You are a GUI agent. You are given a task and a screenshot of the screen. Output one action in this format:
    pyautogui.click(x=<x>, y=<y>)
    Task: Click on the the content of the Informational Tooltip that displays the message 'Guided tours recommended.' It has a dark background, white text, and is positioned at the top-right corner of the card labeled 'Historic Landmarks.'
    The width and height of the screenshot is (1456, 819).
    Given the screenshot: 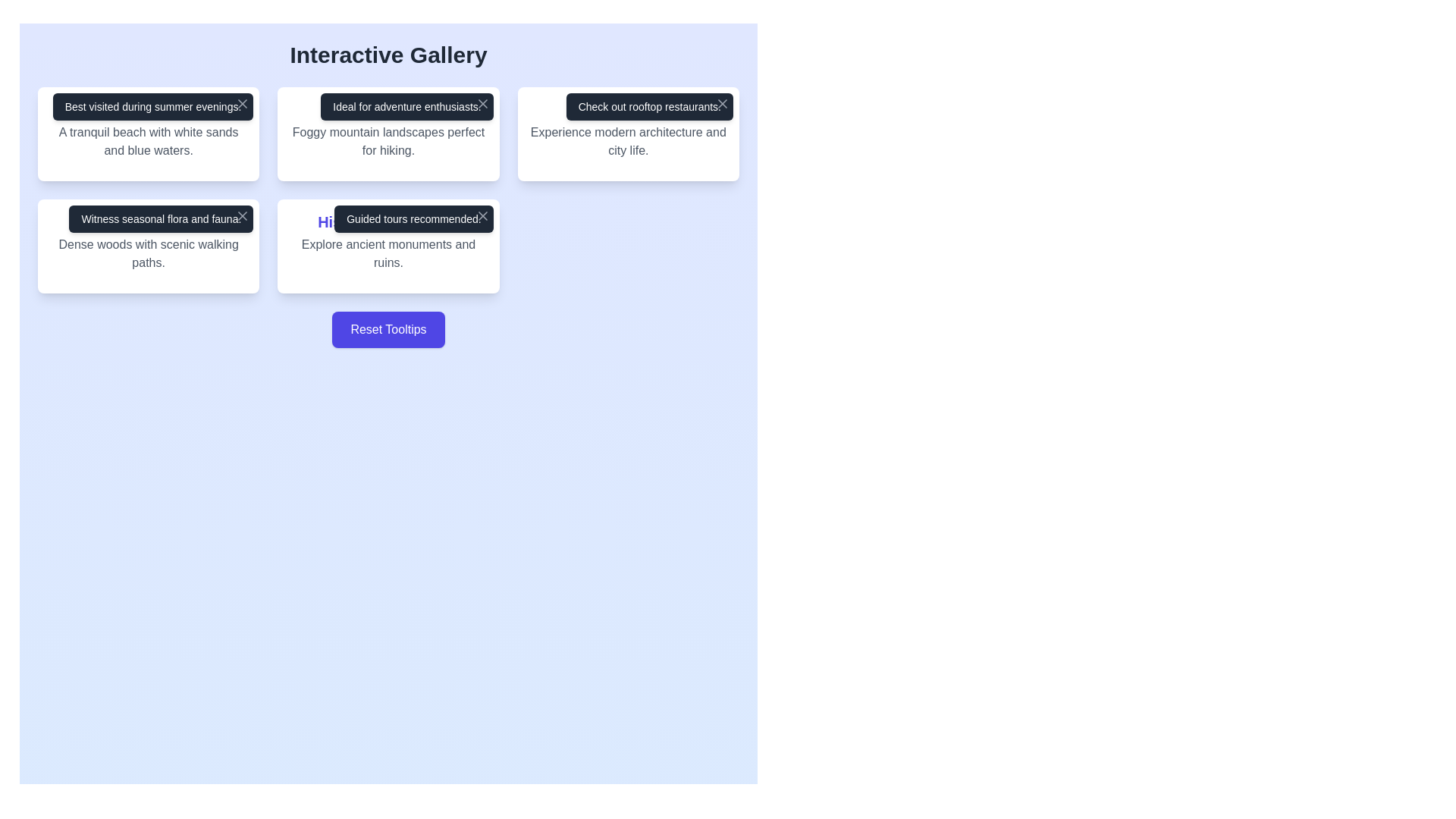 What is the action you would take?
    pyautogui.click(x=413, y=219)
    